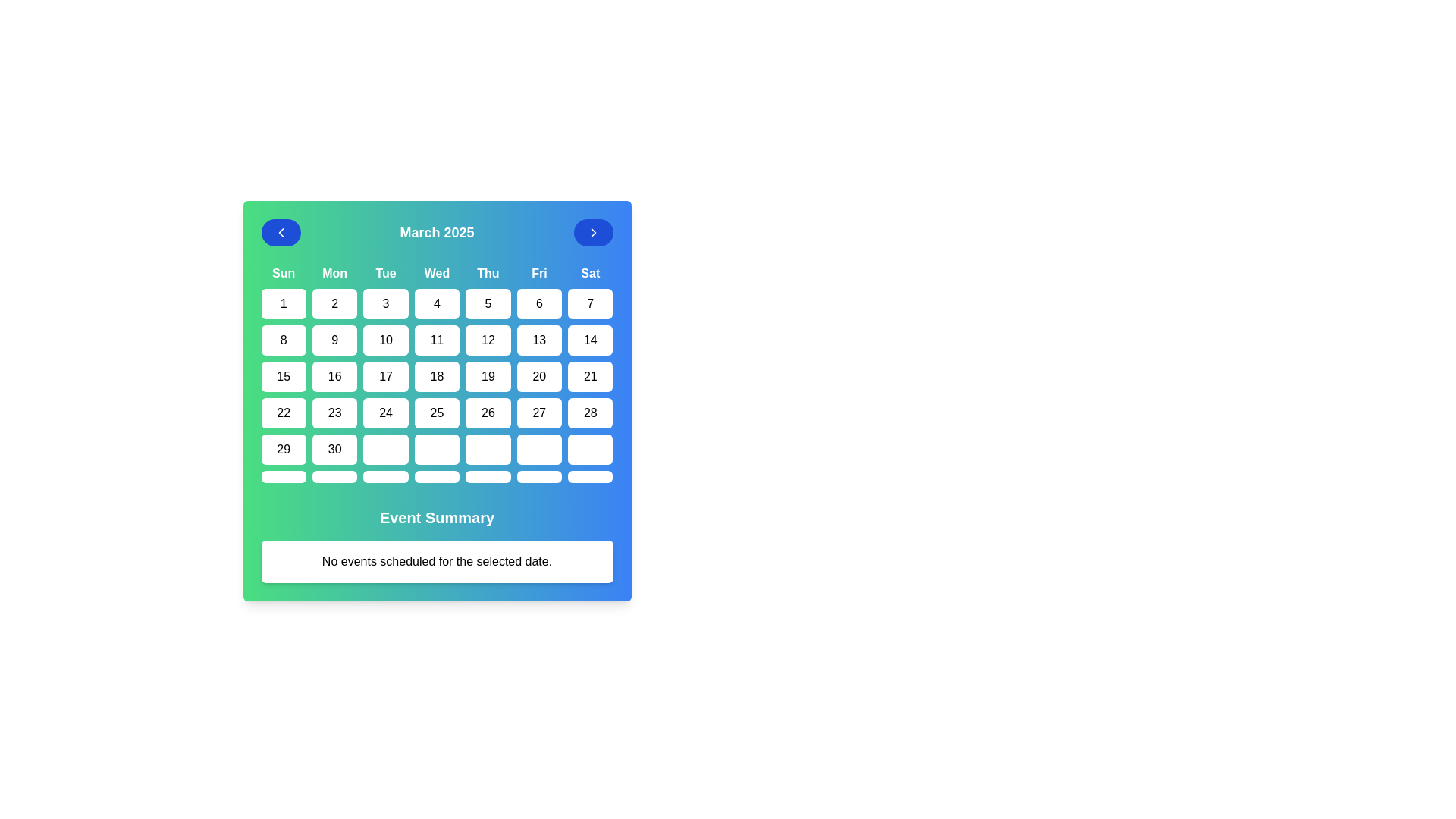 The height and width of the screenshot is (819, 1456). What do you see at coordinates (334, 413) in the screenshot?
I see `the rounded rectangular button displaying the number '23'` at bounding box center [334, 413].